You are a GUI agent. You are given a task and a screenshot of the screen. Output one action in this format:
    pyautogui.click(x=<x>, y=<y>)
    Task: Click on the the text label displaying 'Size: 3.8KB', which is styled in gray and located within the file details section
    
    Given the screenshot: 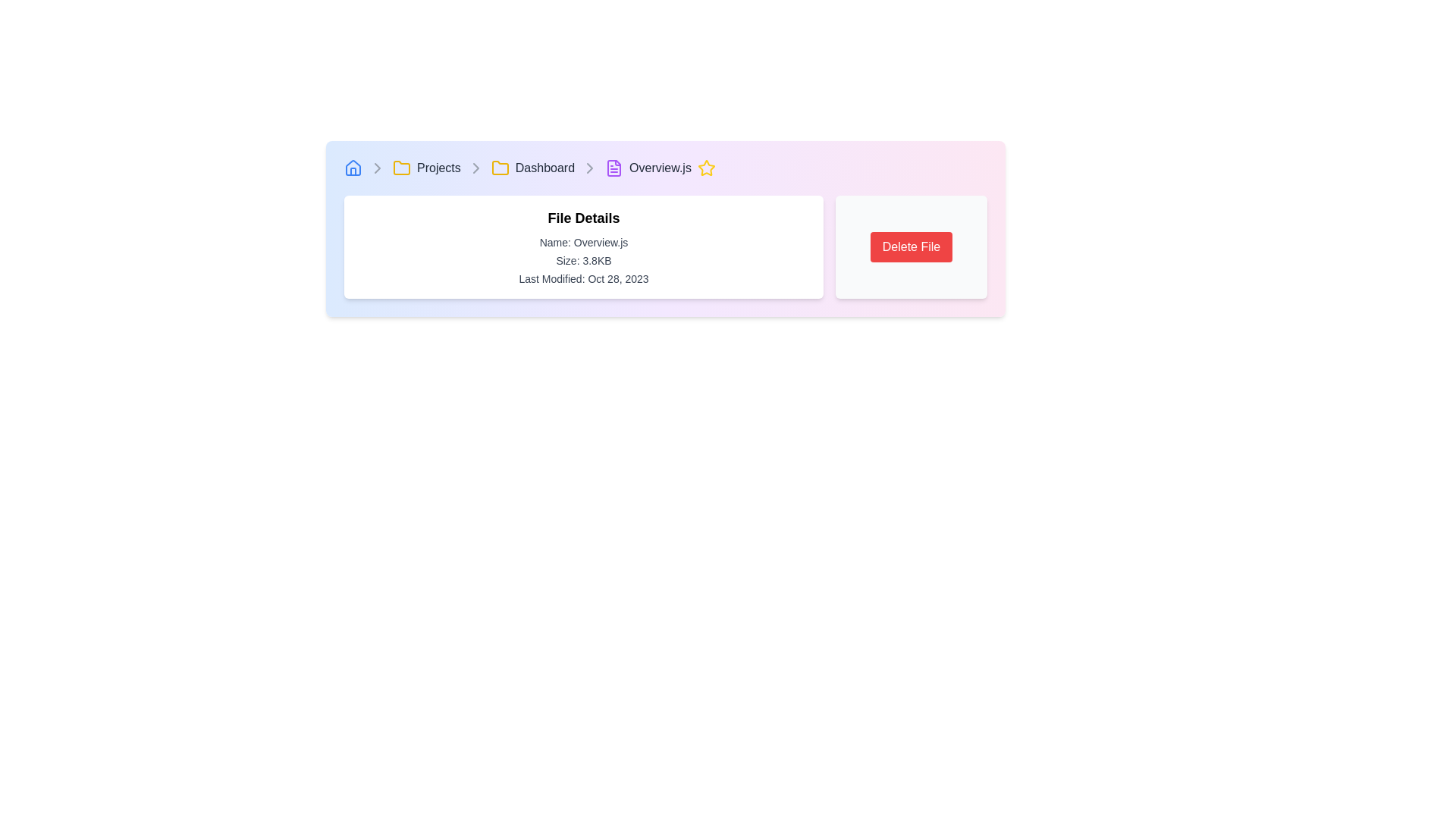 What is the action you would take?
    pyautogui.click(x=582, y=259)
    